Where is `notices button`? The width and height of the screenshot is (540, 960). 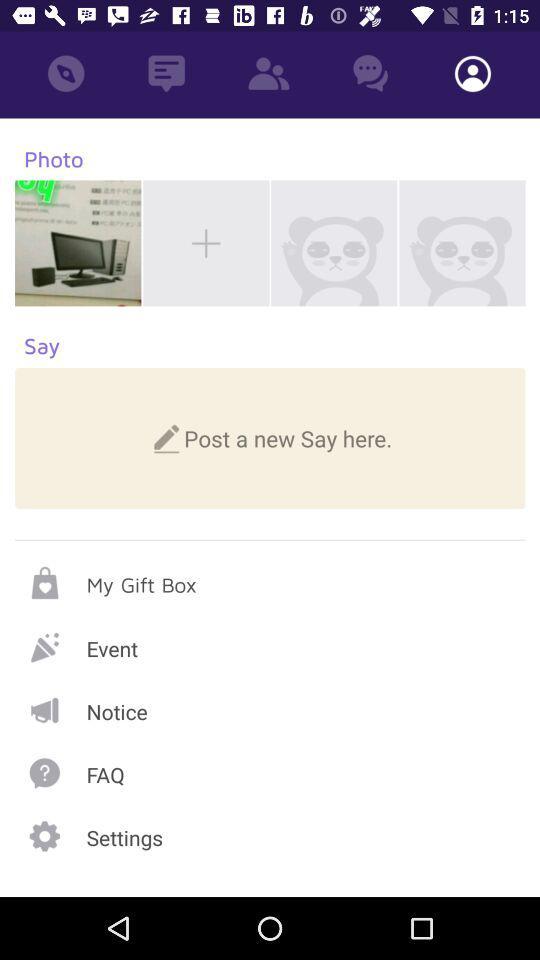
notices button is located at coordinates (270, 710).